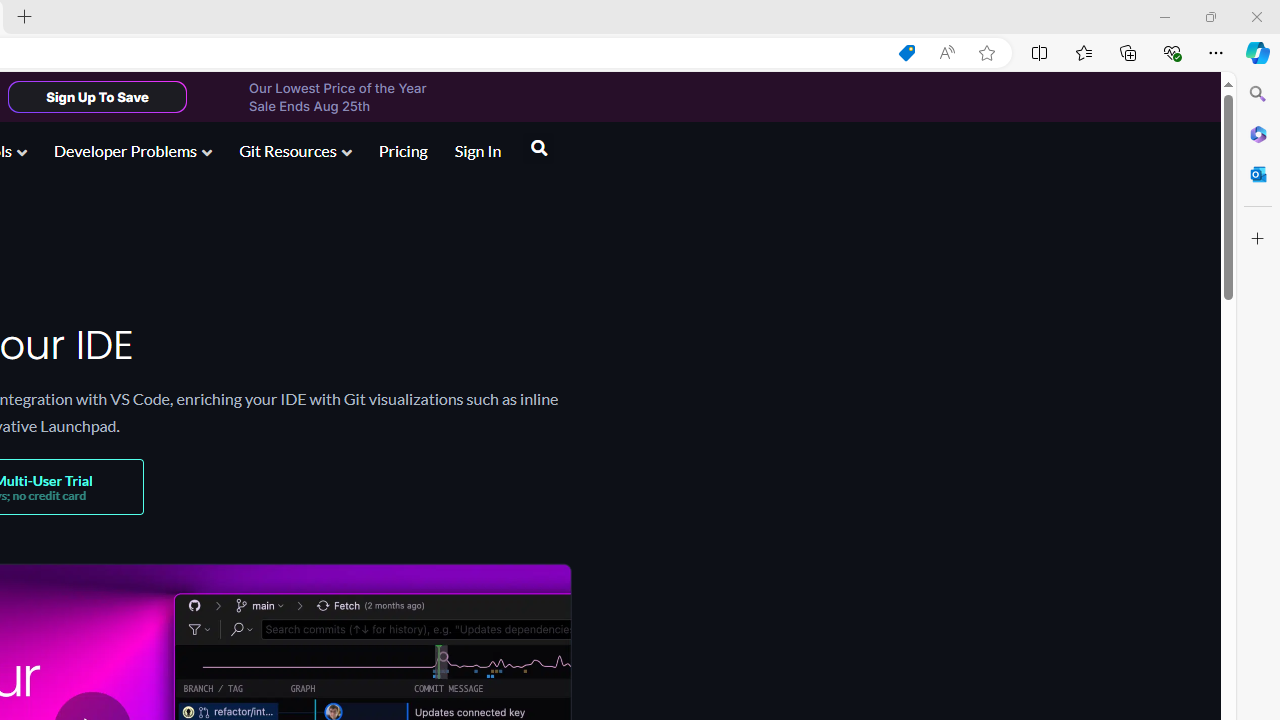  What do you see at coordinates (402, 152) in the screenshot?
I see `'Pricing'` at bounding box center [402, 152].